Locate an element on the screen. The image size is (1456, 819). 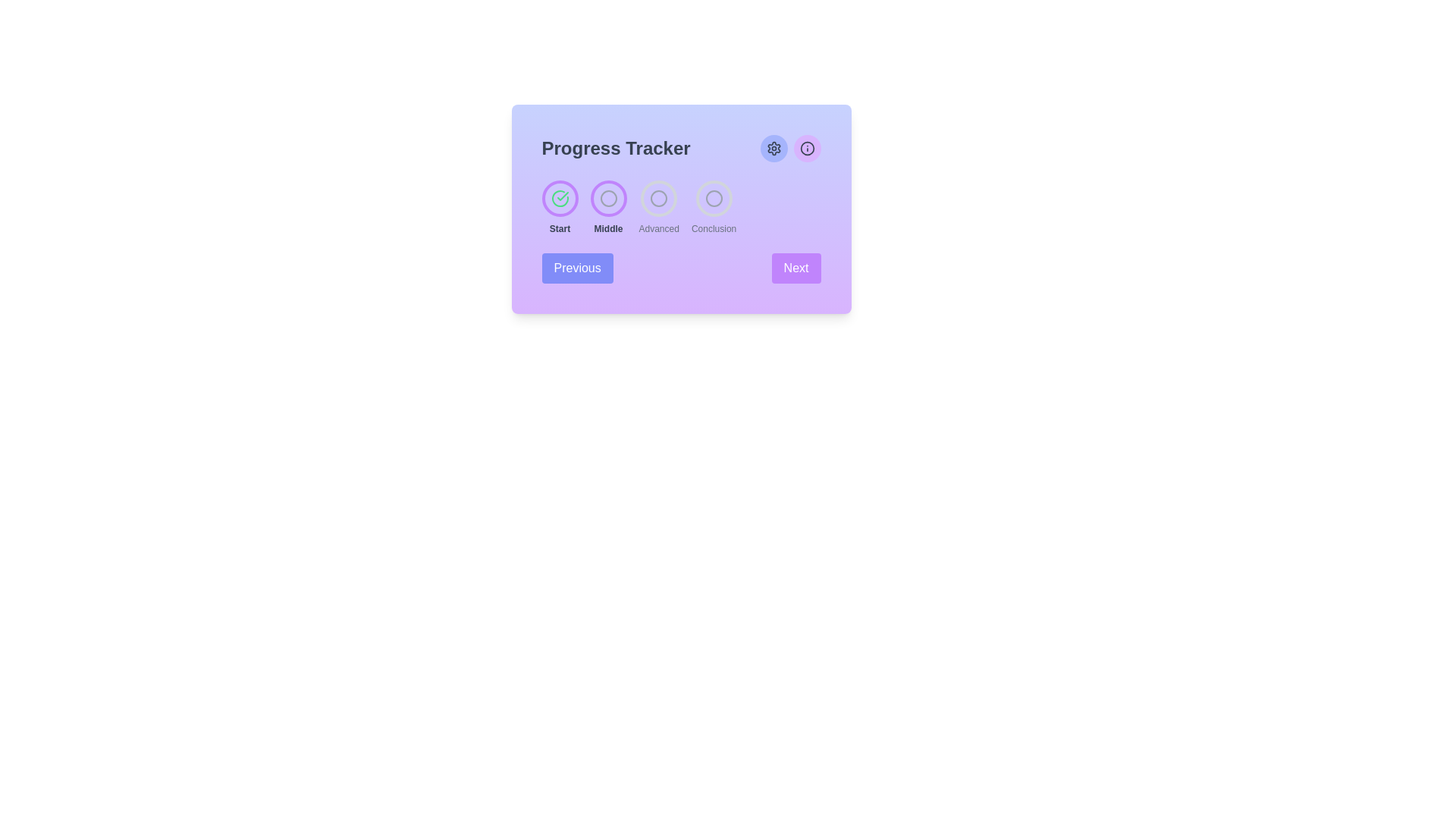
the progress status across different stages of the horizontal progress indicator located in the center of the 'Progress Tracker' widget is located at coordinates (680, 207).